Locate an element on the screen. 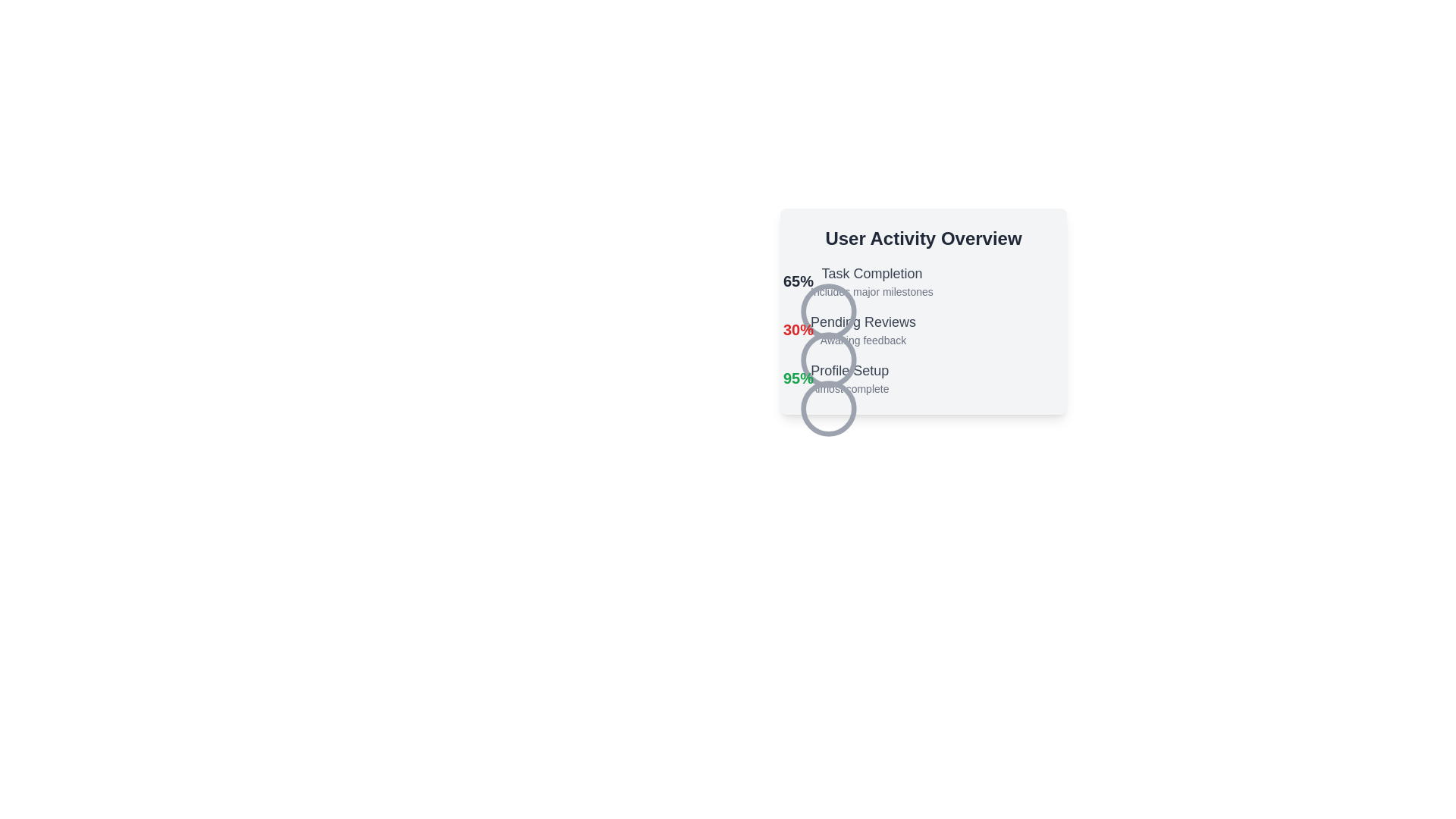  the circular SVG element with a gray stroke located in the 'User Activity Overview' panel, beneath the 'Profile Setup' section is located at coordinates (828, 406).